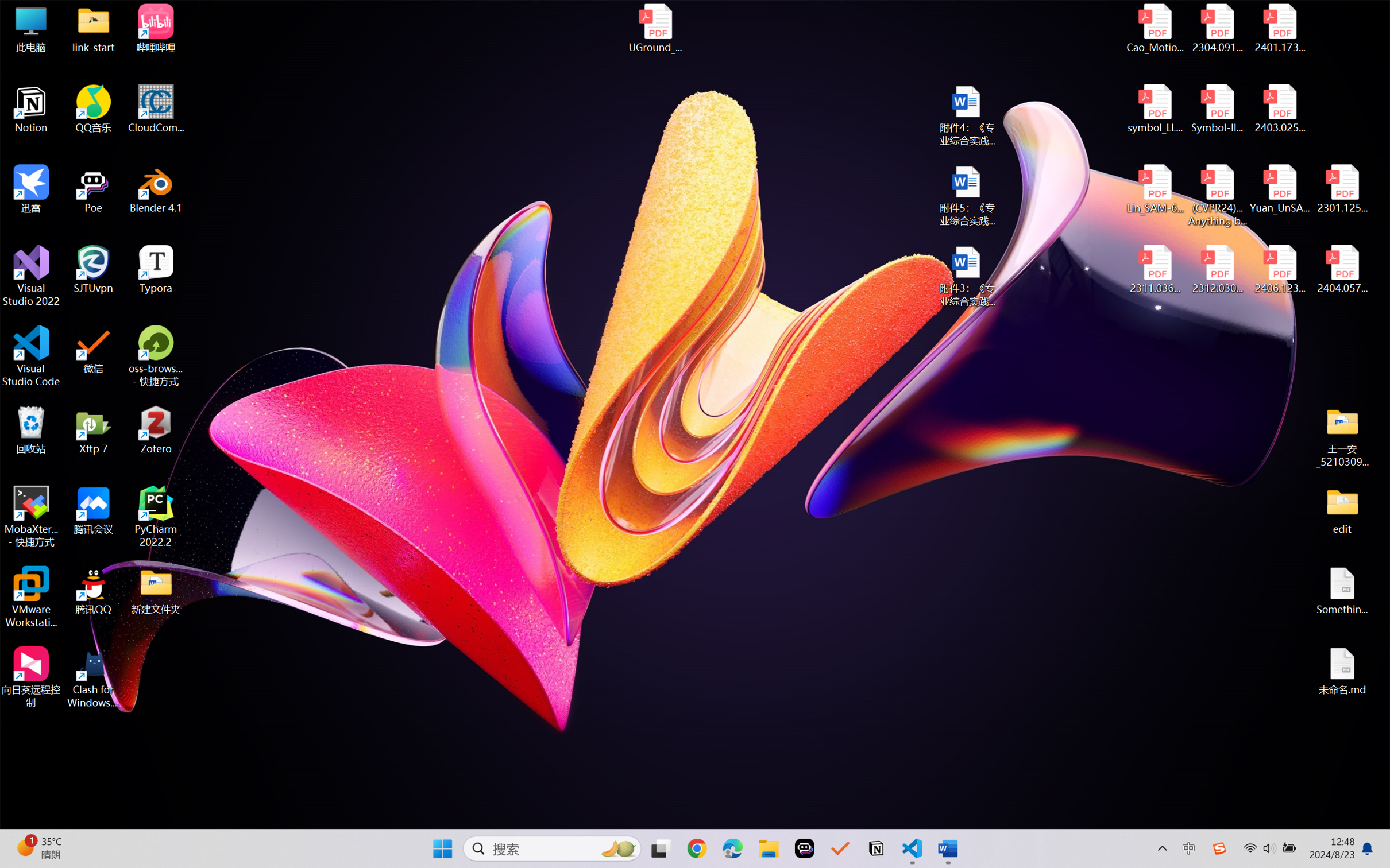  Describe the element at coordinates (1341, 591) in the screenshot. I see `'Something.md'` at that location.